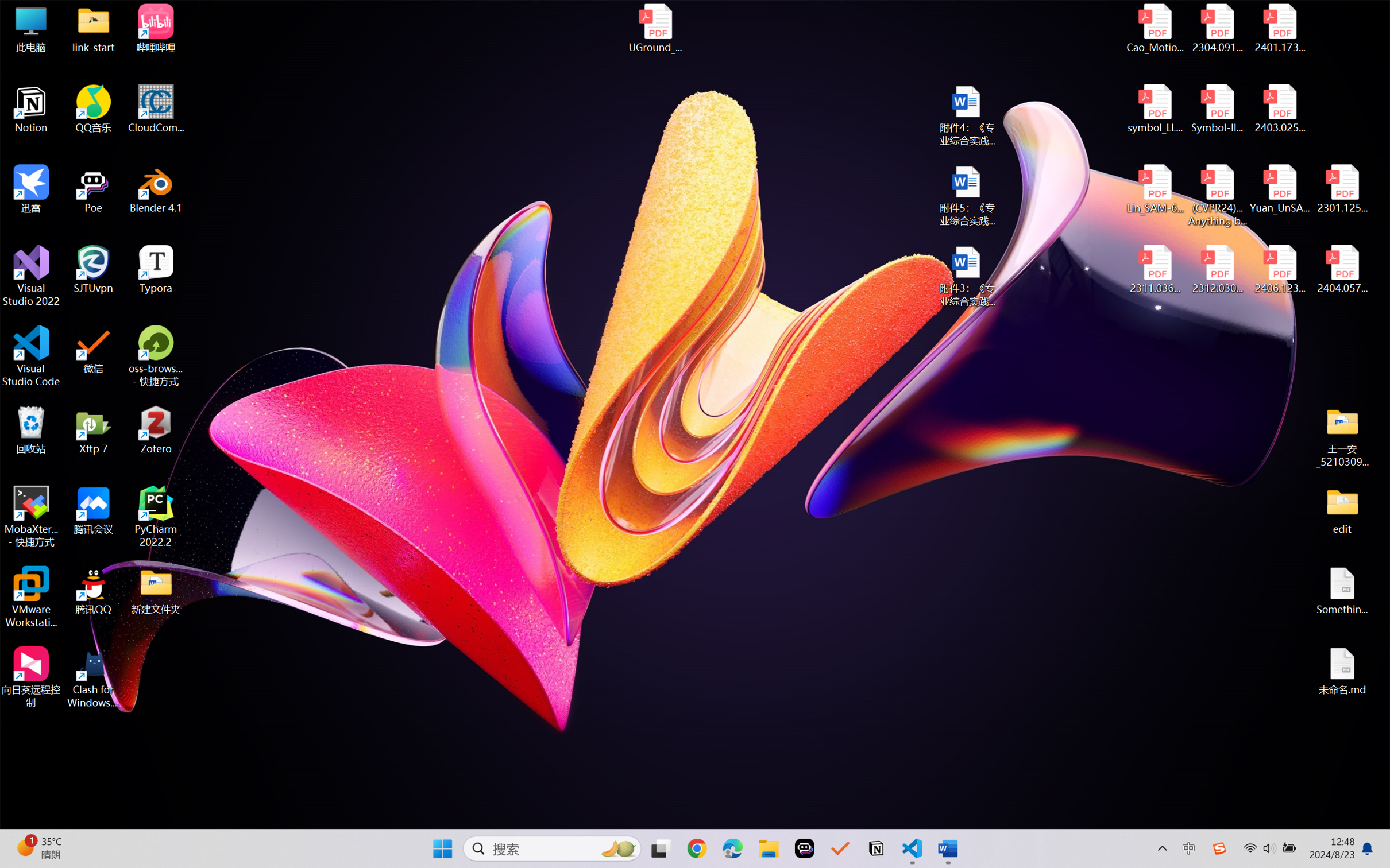  Describe the element at coordinates (1341, 591) in the screenshot. I see `'Something.md'` at that location.